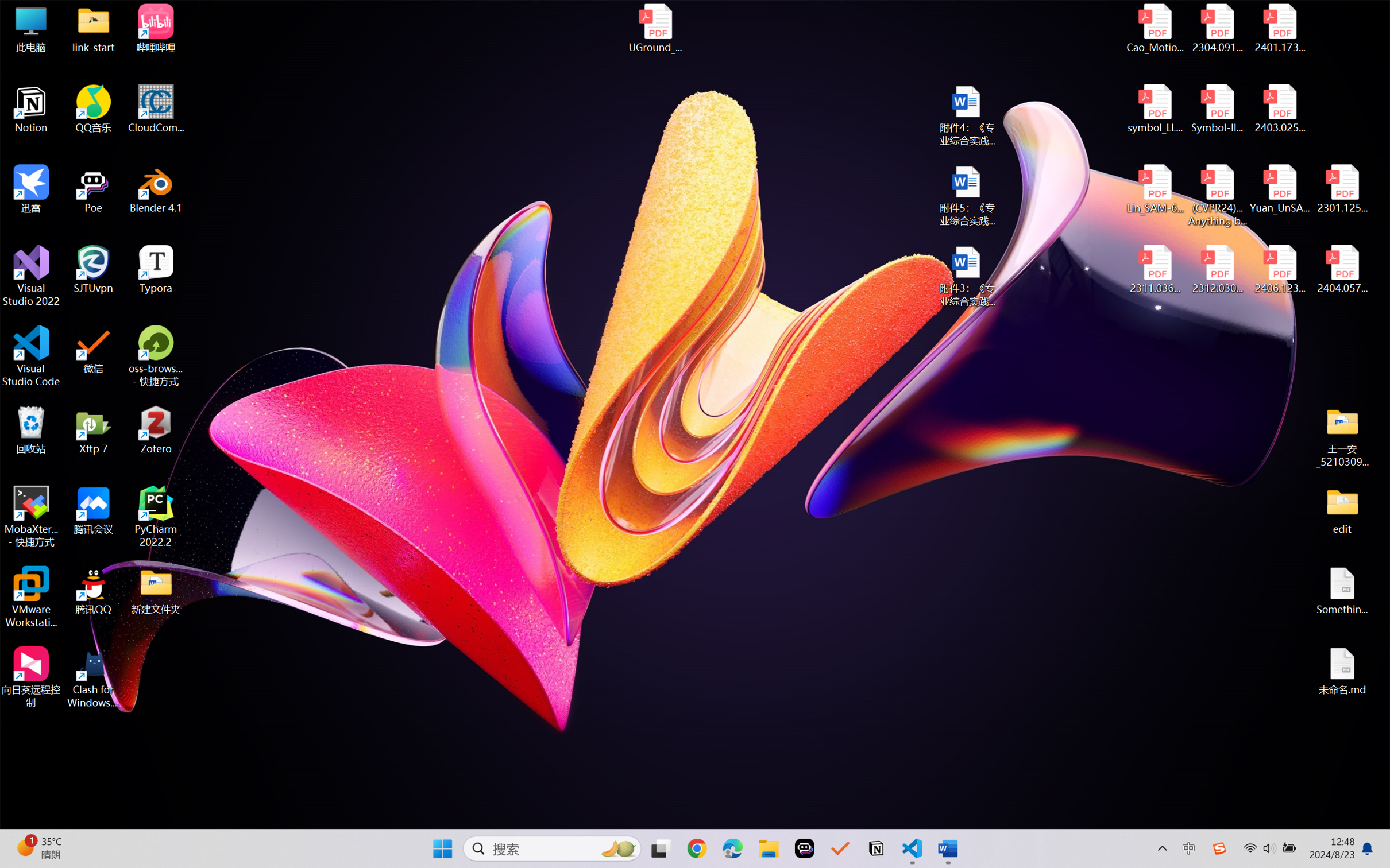  Describe the element at coordinates (1341, 591) in the screenshot. I see `'Something.md'` at that location.